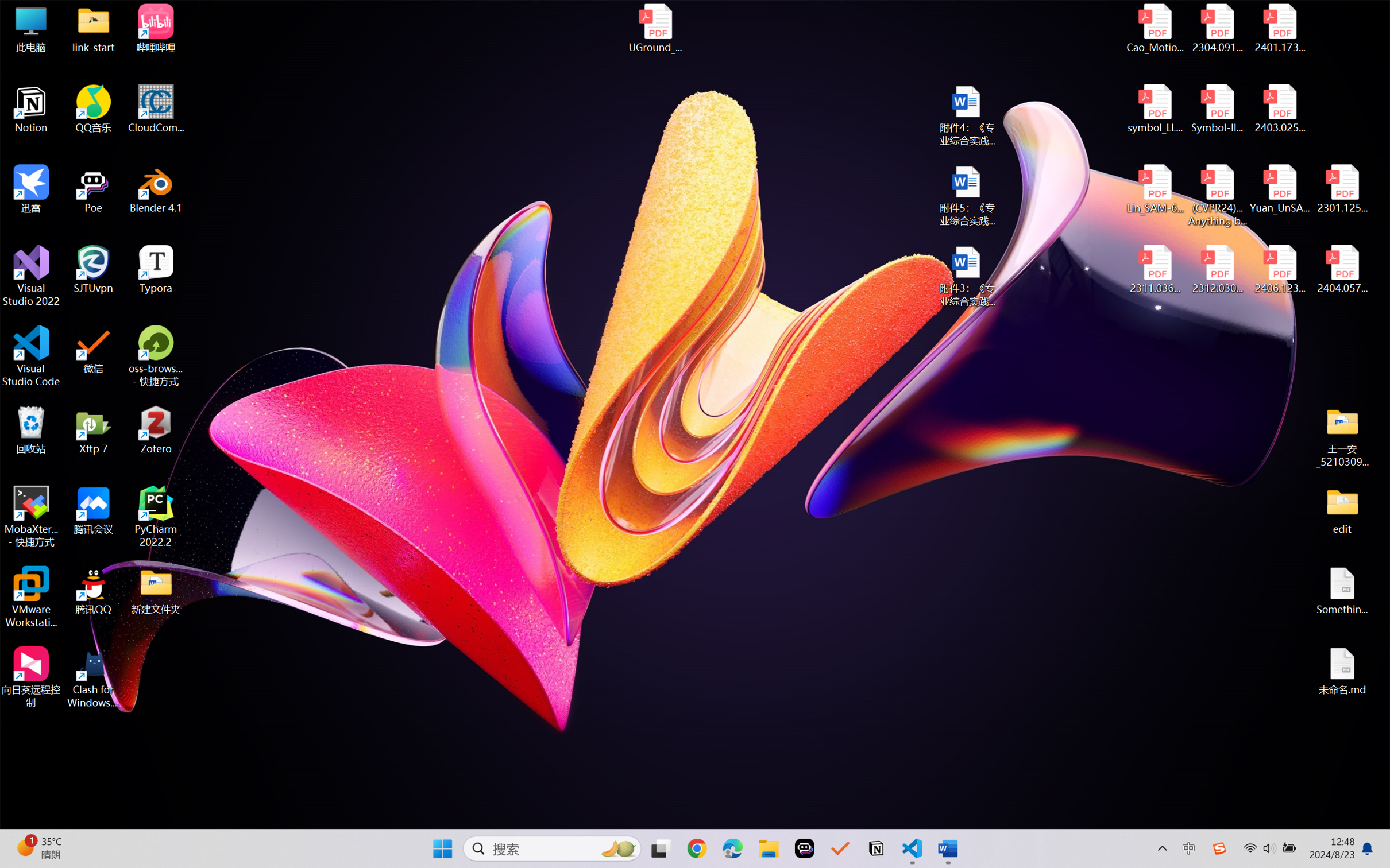  Describe the element at coordinates (1341, 591) in the screenshot. I see `'Something.md'` at that location.